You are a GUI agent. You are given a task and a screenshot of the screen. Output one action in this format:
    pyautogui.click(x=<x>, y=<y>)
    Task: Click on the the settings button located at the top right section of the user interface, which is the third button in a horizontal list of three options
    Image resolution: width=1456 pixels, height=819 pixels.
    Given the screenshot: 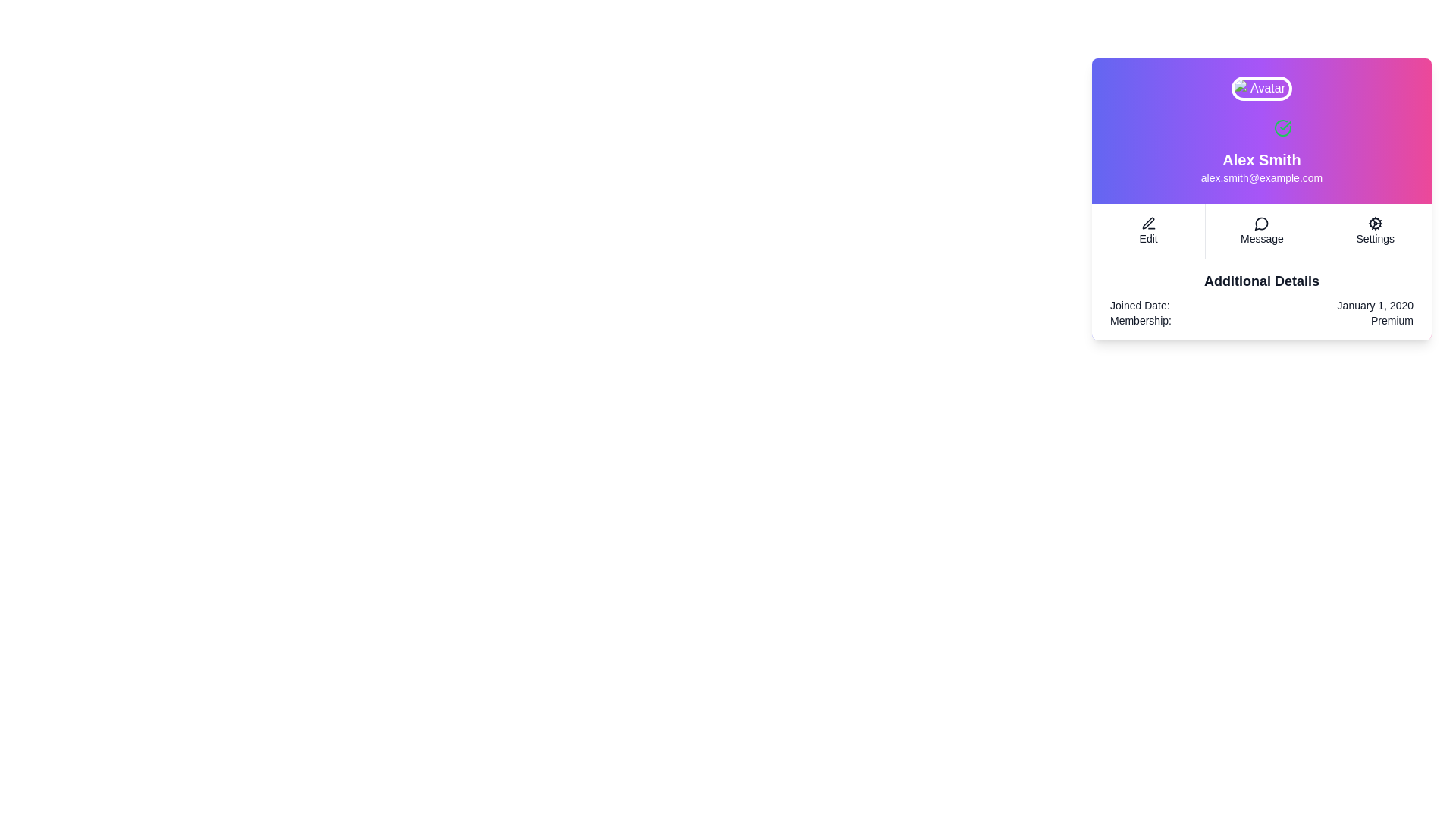 What is the action you would take?
    pyautogui.click(x=1375, y=231)
    